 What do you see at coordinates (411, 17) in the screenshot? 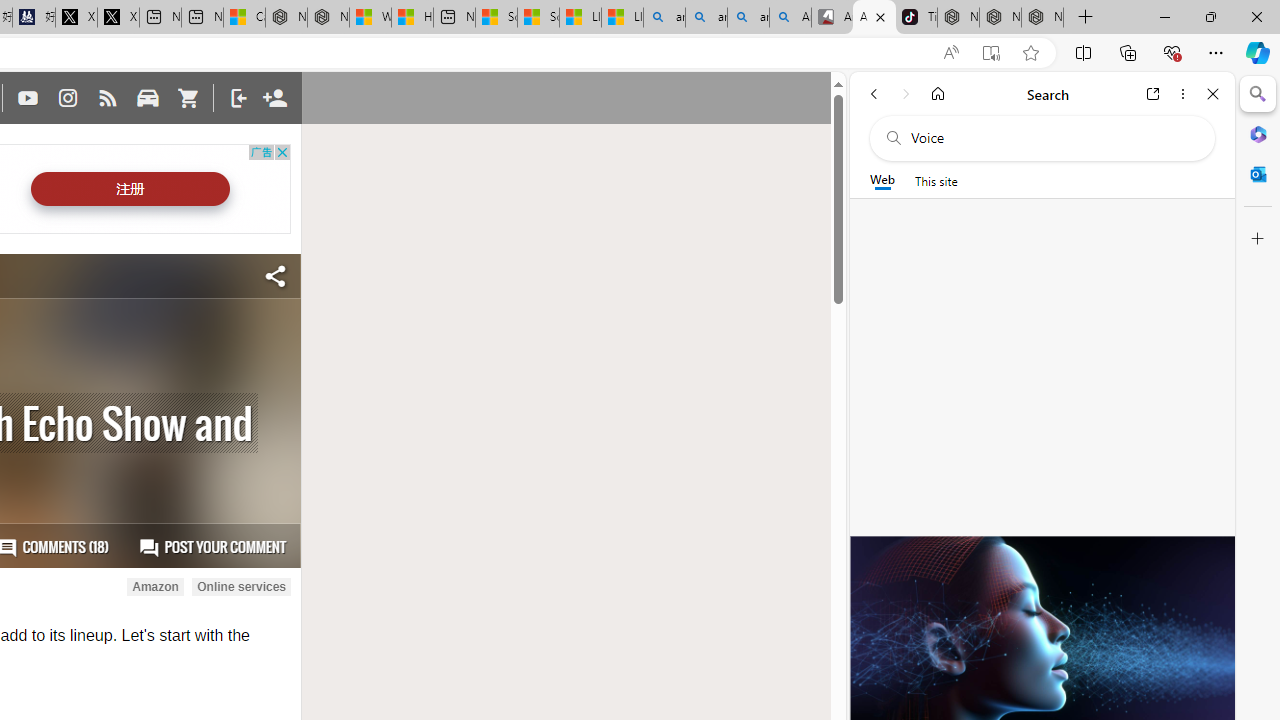
I see `'Huge shark washes ashore at New York City beach | Watch'` at bounding box center [411, 17].